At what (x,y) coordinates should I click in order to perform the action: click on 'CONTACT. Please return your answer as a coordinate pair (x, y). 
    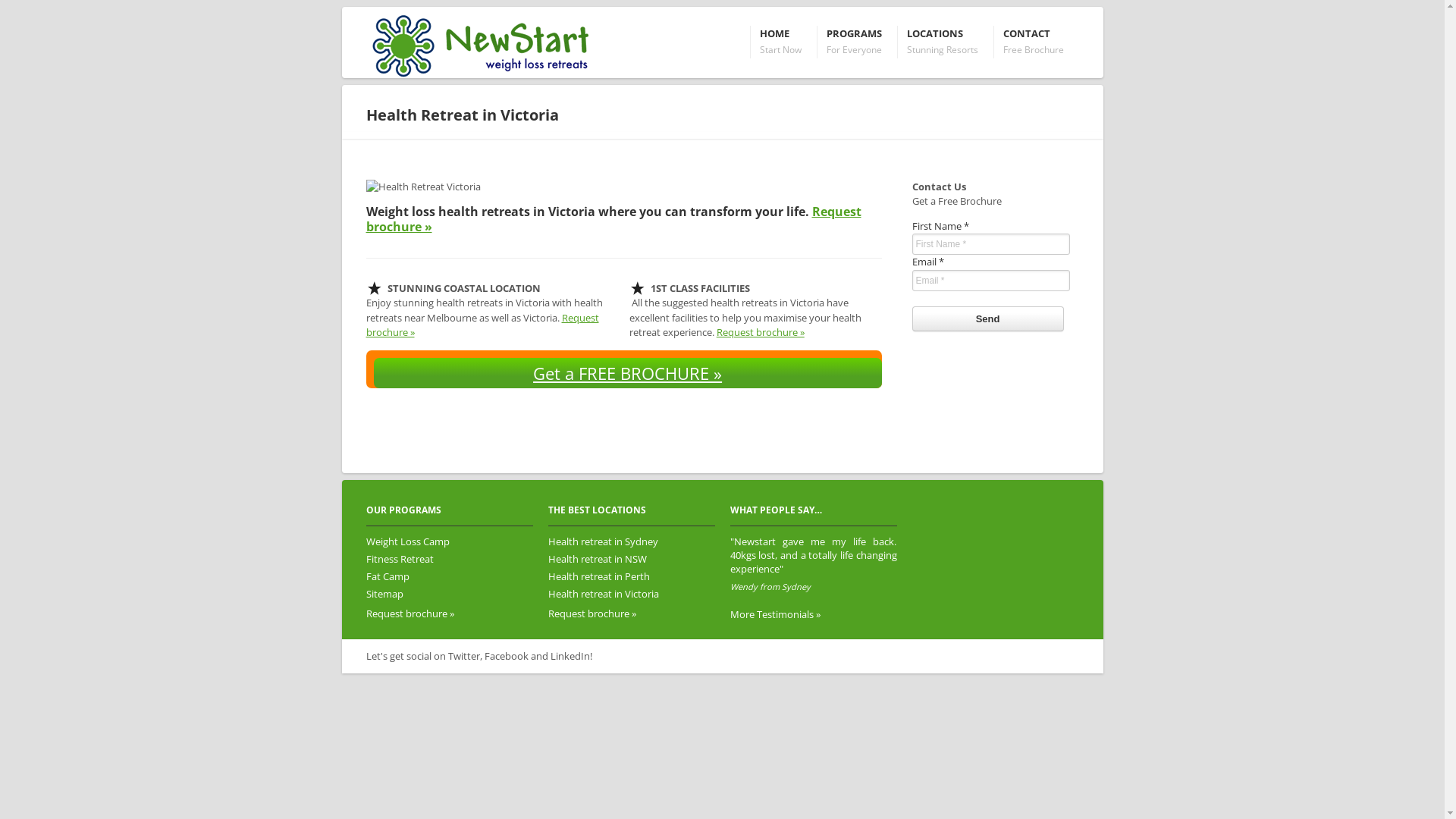
    Looking at the image, I should click on (1033, 41).